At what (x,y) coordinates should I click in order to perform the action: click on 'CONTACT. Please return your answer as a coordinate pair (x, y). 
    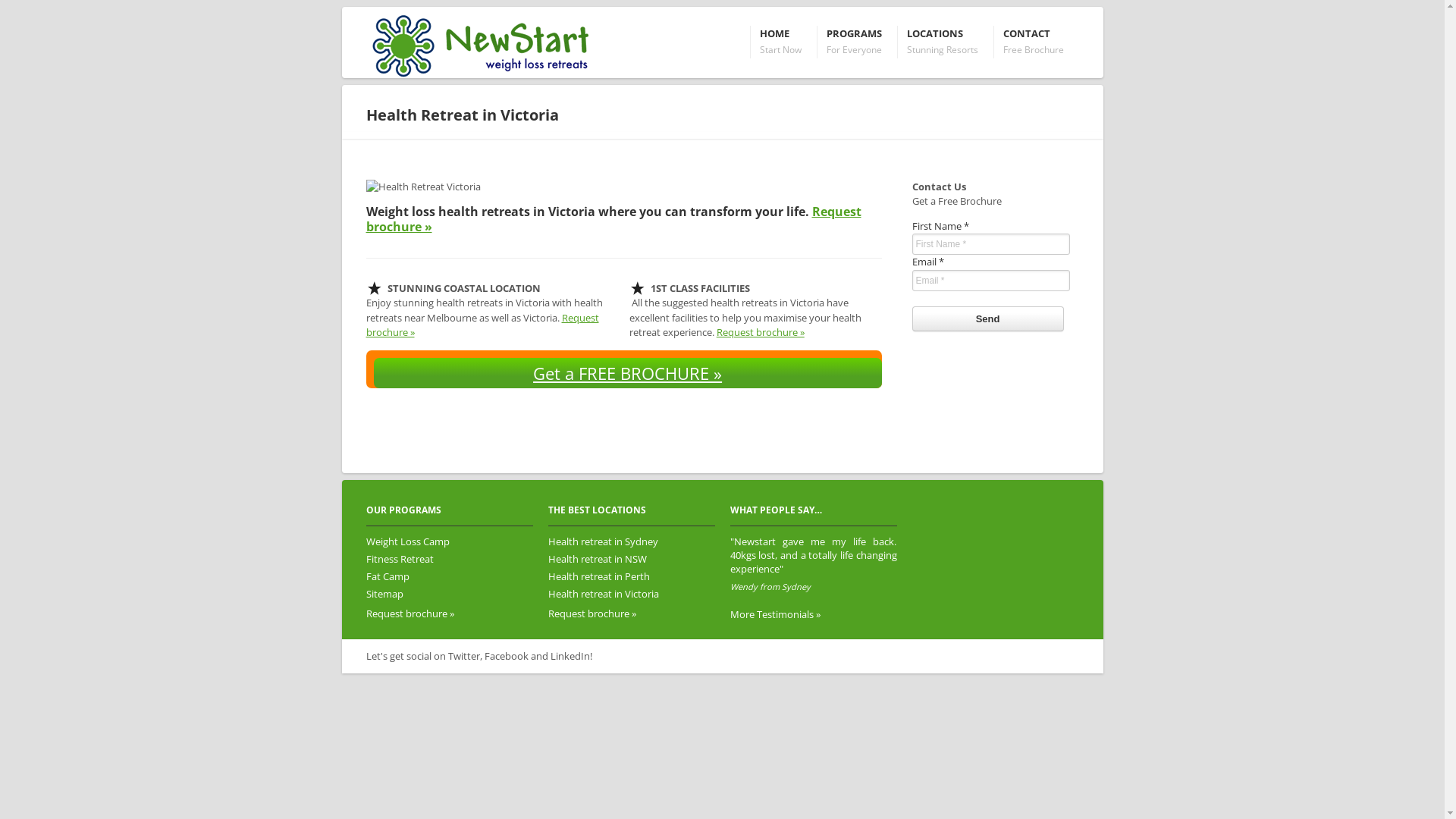
    Looking at the image, I should click on (1033, 41).